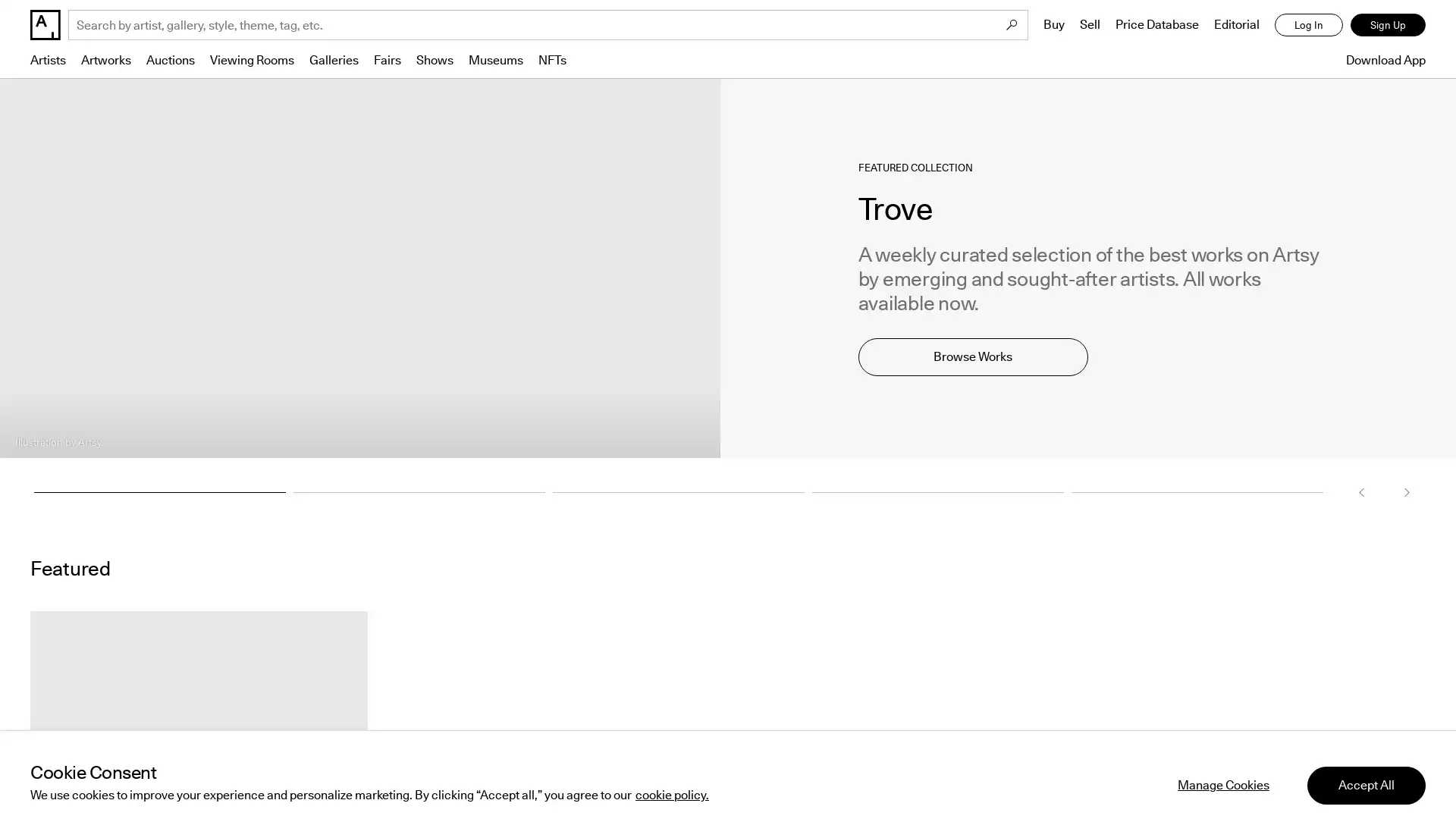 The height and width of the screenshot is (819, 1456). I want to click on Download App, so click(1382, 59).